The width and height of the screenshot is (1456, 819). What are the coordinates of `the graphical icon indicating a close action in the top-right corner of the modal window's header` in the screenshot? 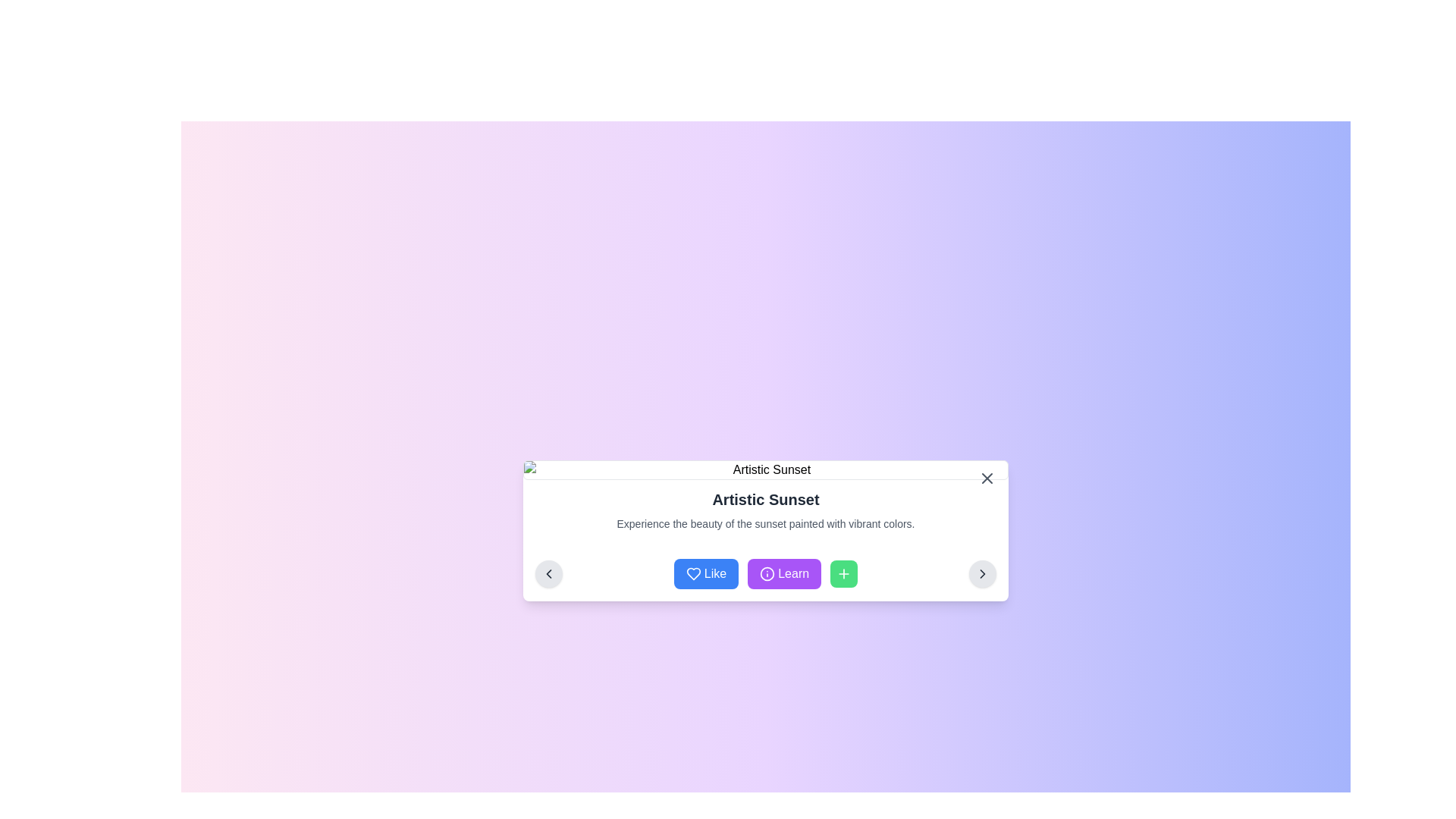 It's located at (987, 479).